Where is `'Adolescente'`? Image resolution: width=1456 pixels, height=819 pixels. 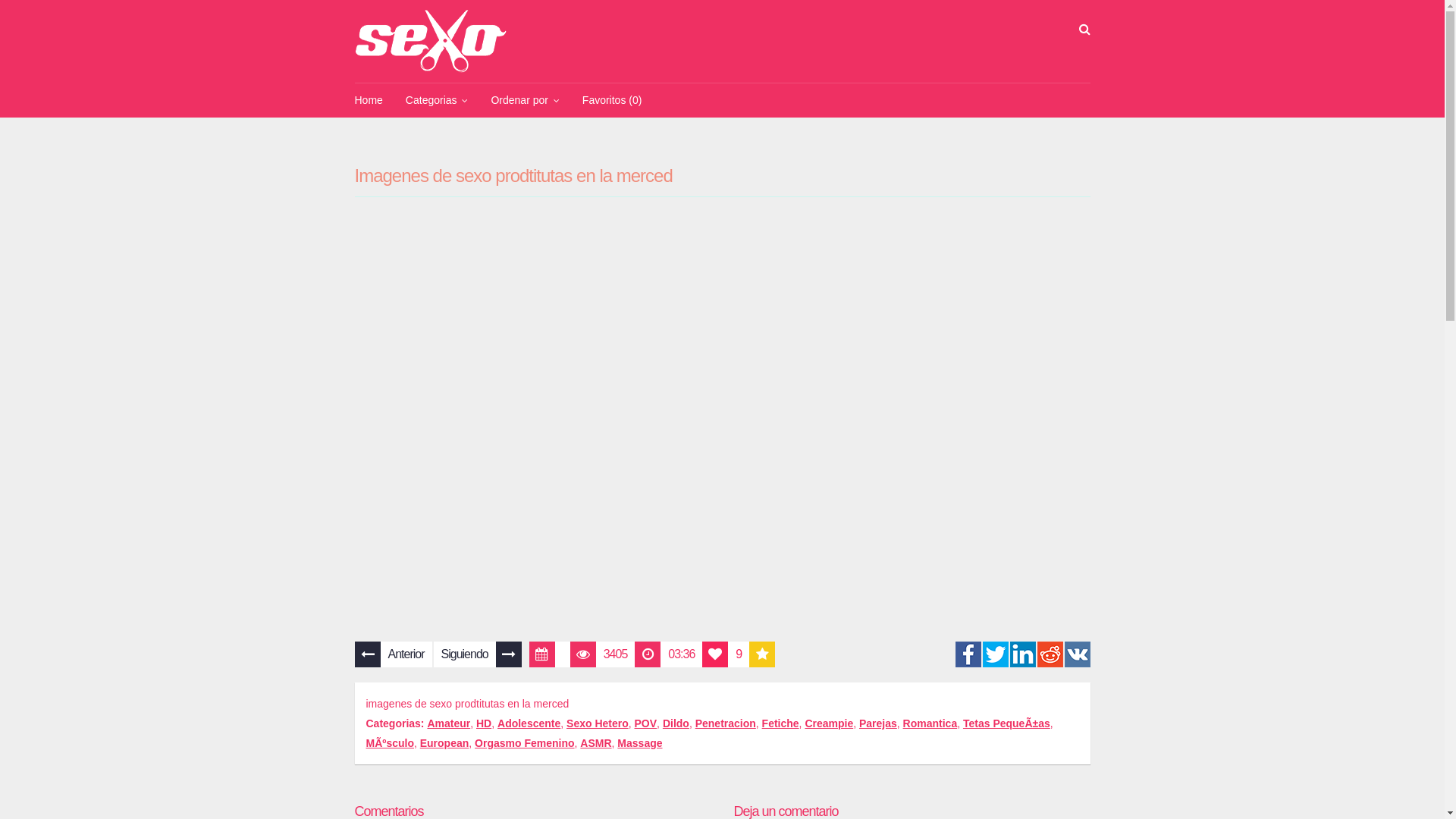
'Adolescente' is located at coordinates (497, 722).